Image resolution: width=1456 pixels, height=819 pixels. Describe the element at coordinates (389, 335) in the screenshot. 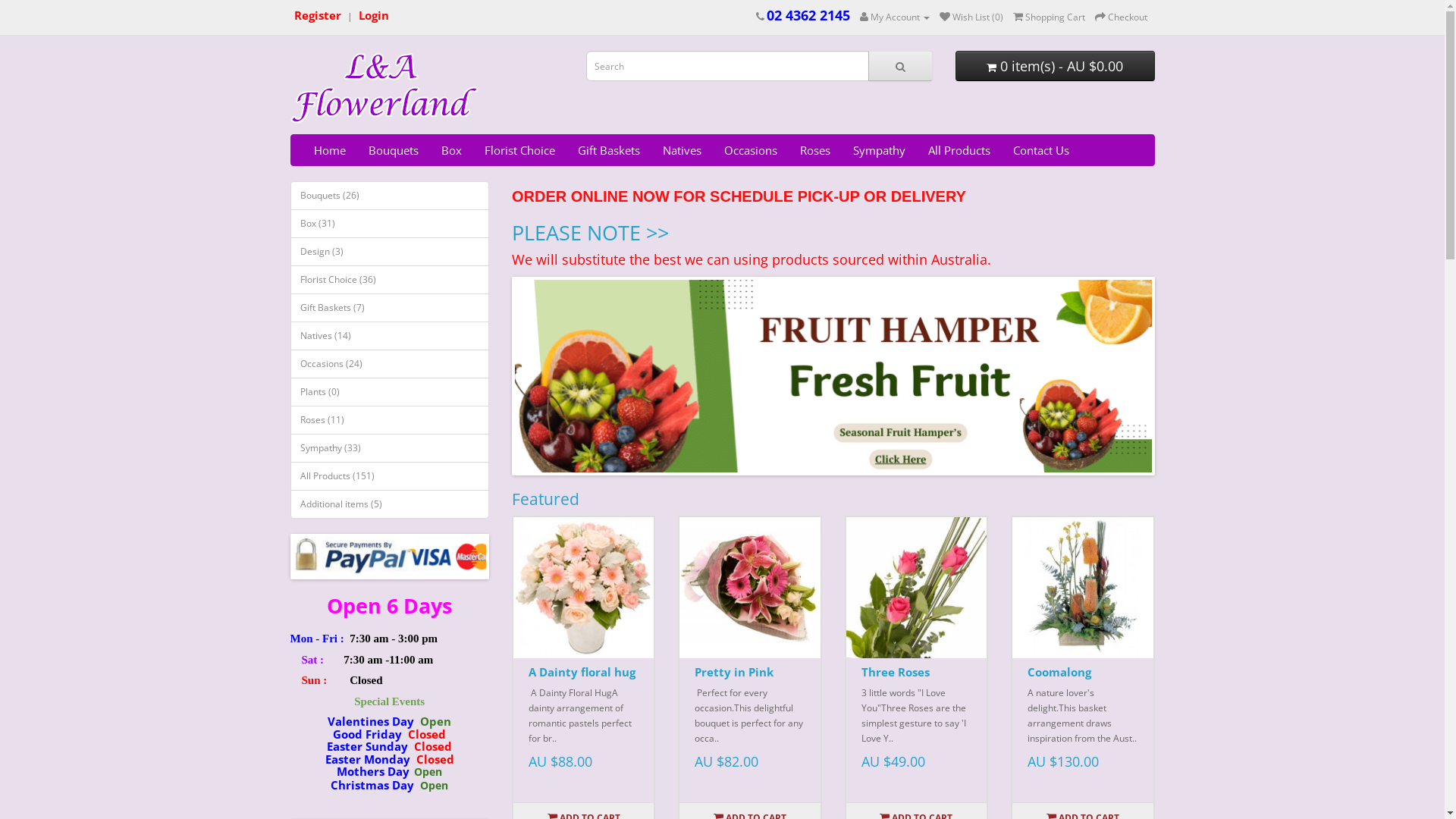

I see `'Natives (14)'` at that location.